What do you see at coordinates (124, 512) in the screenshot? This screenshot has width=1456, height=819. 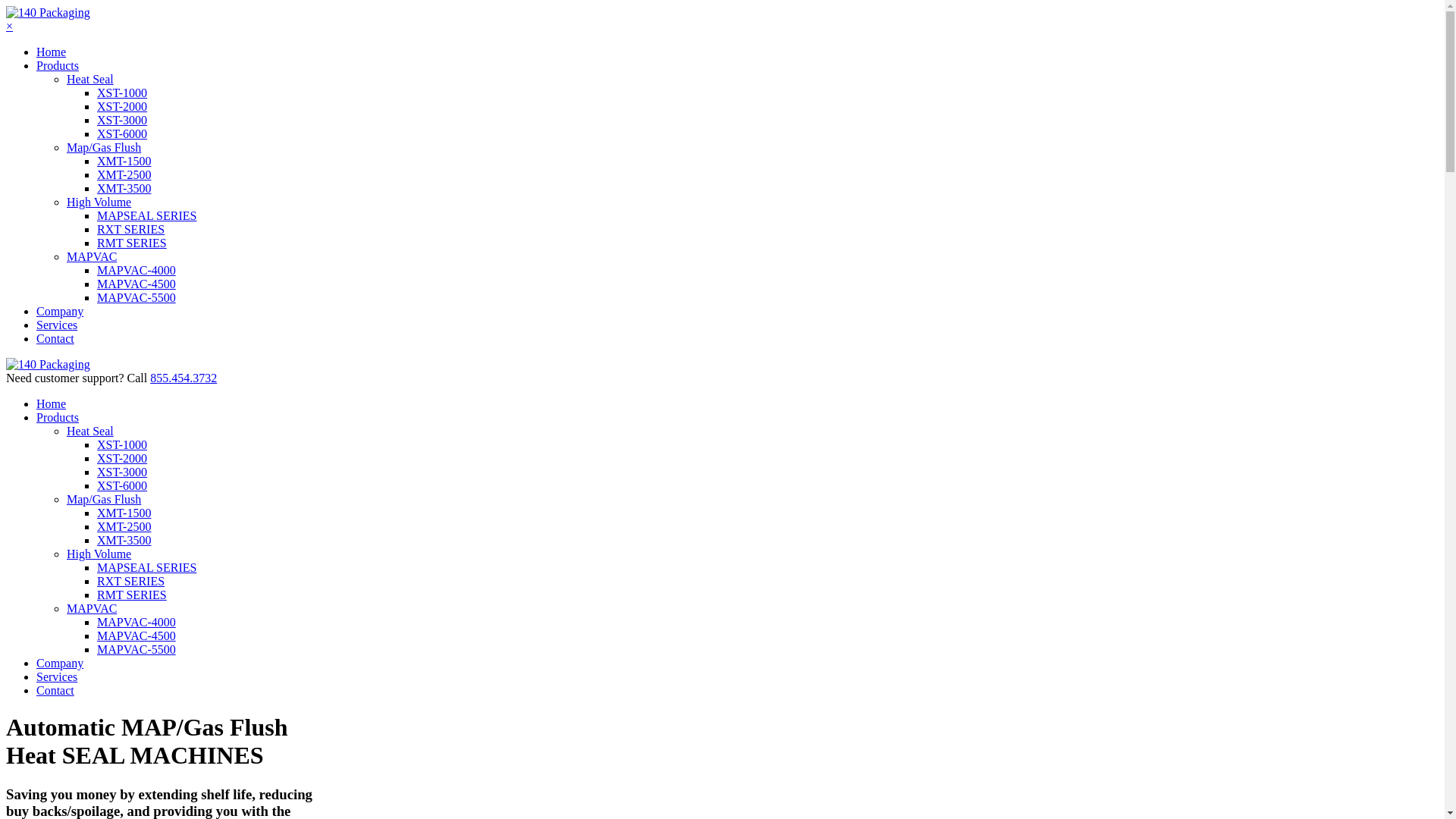 I see `'XMT-1500'` at bounding box center [124, 512].